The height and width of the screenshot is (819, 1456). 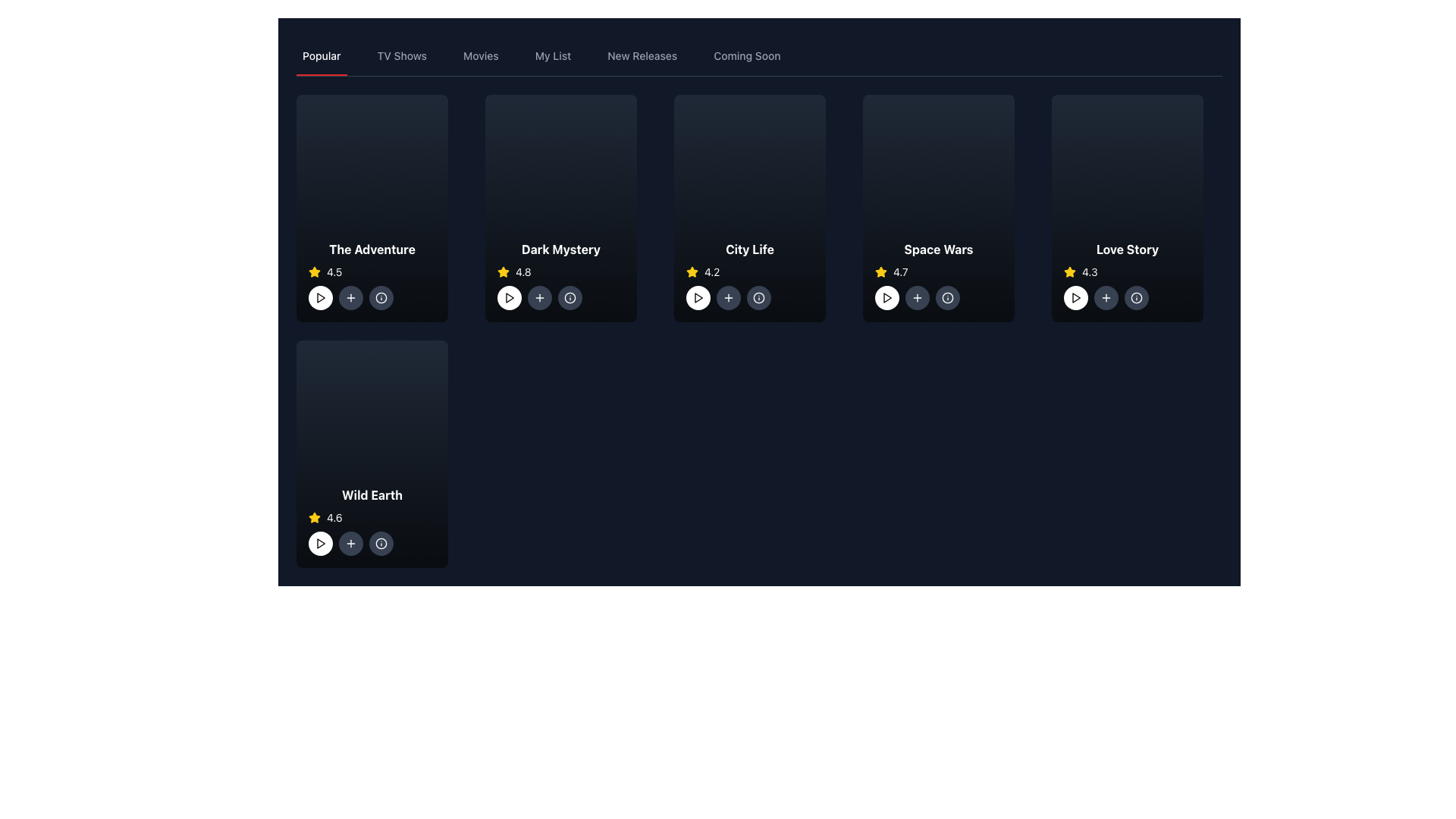 What do you see at coordinates (570, 298) in the screenshot?
I see `the rightmost button in the horizontal action bar under the 'Dark Mystery' card` at bounding box center [570, 298].